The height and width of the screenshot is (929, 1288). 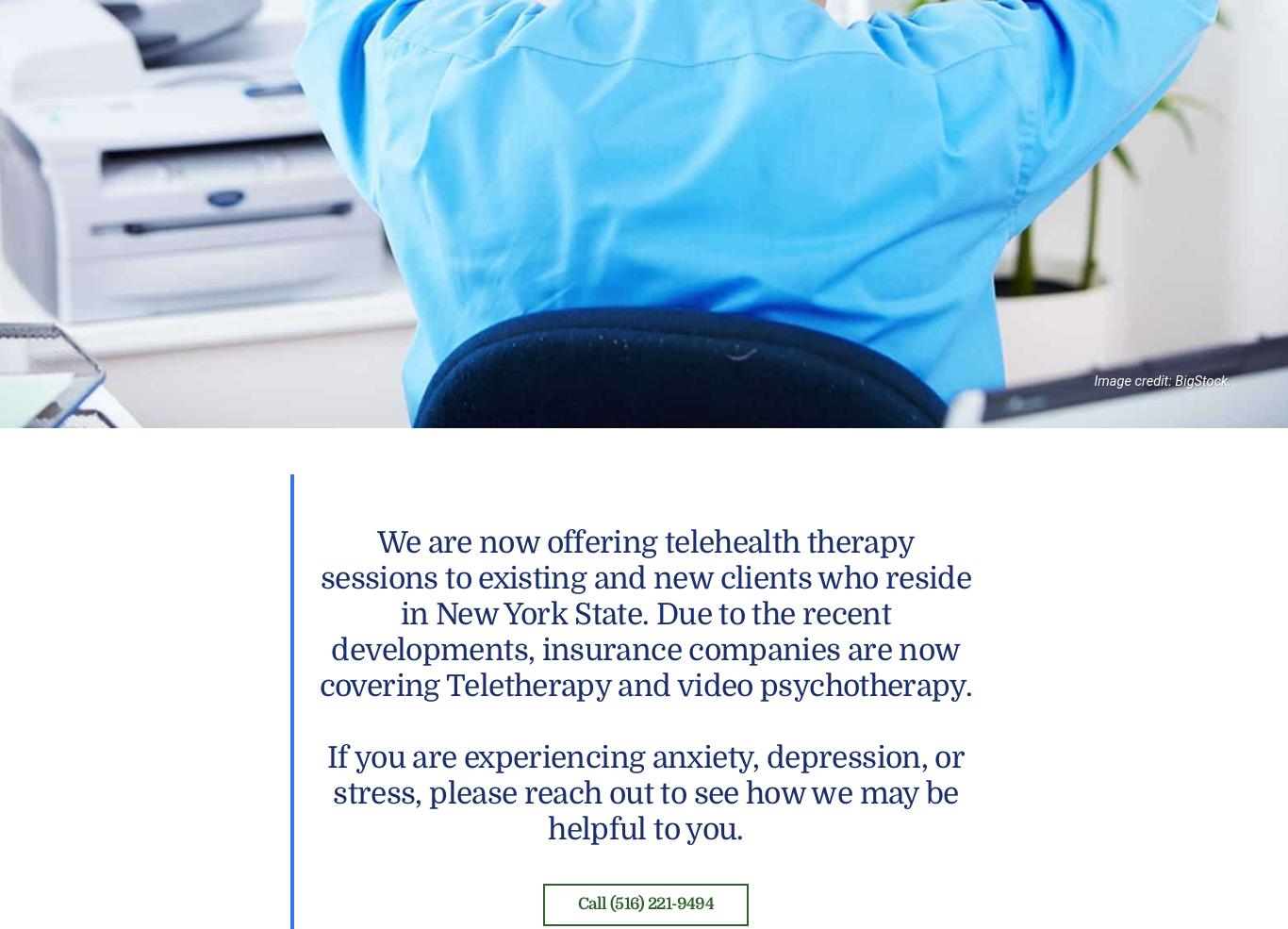 What do you see at coordinates (329, 55) in the screenshot?
I see `'Tagged in:'` at bounding box center [329, 55].